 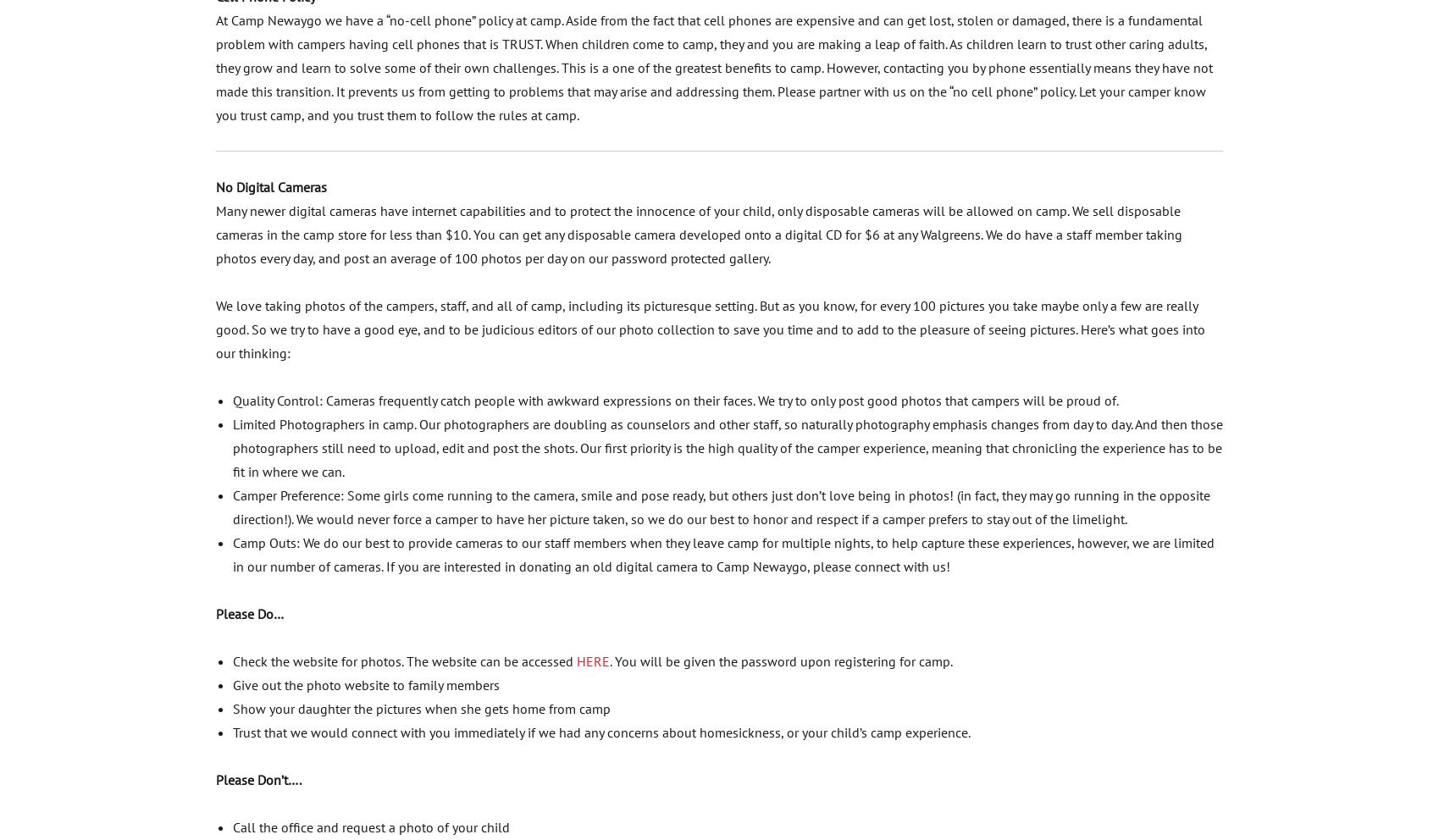 I want to click on 'At Camp Newaygo we have a “no-cell phone” policy at camp. Aside from the fact that cell phones are expensive and can get lost, stolen or damaged, there is a fundamental problem with campers having cell phones that is TRUST. When children come to camp, they and you are making a leap of faith. As children learn to trust other caring adults, they grow and learn to solve some of their own challenges. This is a one of the greatest benefits to camp. However, contacting you by phone essentially means they have not made this transition. It prevents us from getting to problems that may arise and addressing them. Please partner with us on the “no cell phone” policy. Let your camper know you trust camp, and you trust them to follow the rules at camp.', so click(x=215, y=66).